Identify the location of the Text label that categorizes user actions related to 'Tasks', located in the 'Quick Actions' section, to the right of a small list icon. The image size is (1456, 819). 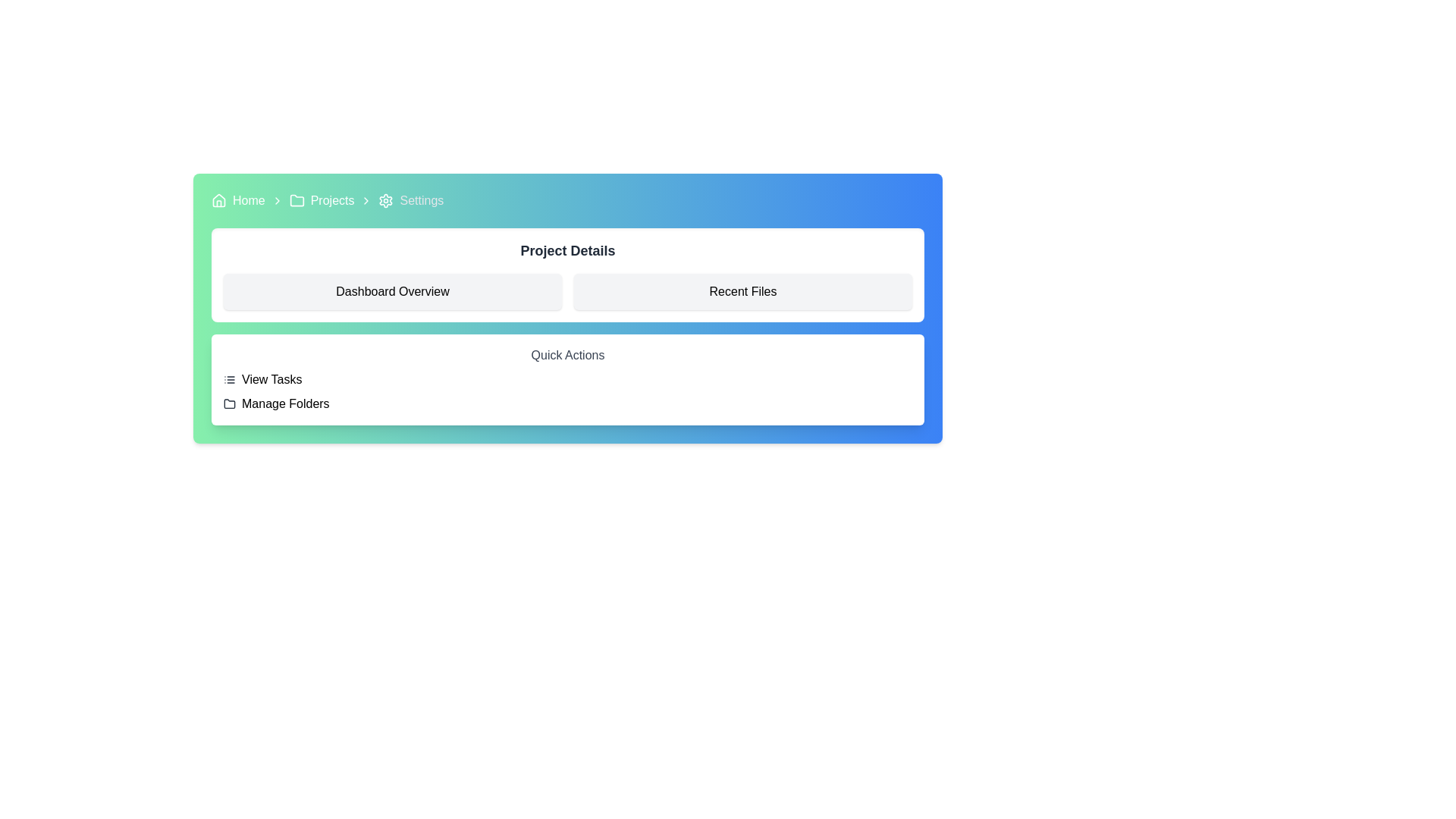
(271, 379).